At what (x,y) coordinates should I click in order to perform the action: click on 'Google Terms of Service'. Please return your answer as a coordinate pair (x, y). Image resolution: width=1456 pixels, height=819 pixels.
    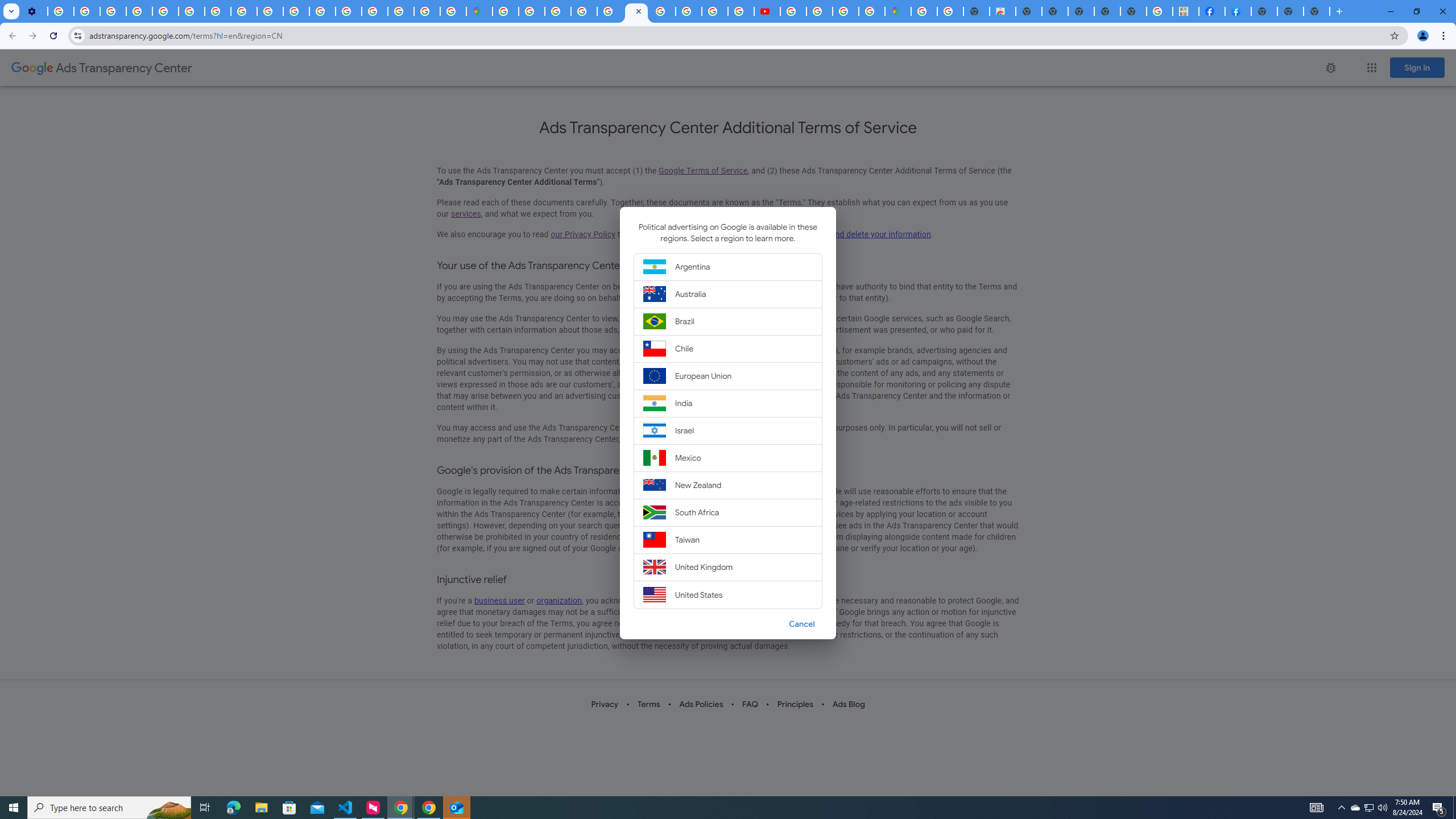
    Looking at the image, I should click on (702, 170).